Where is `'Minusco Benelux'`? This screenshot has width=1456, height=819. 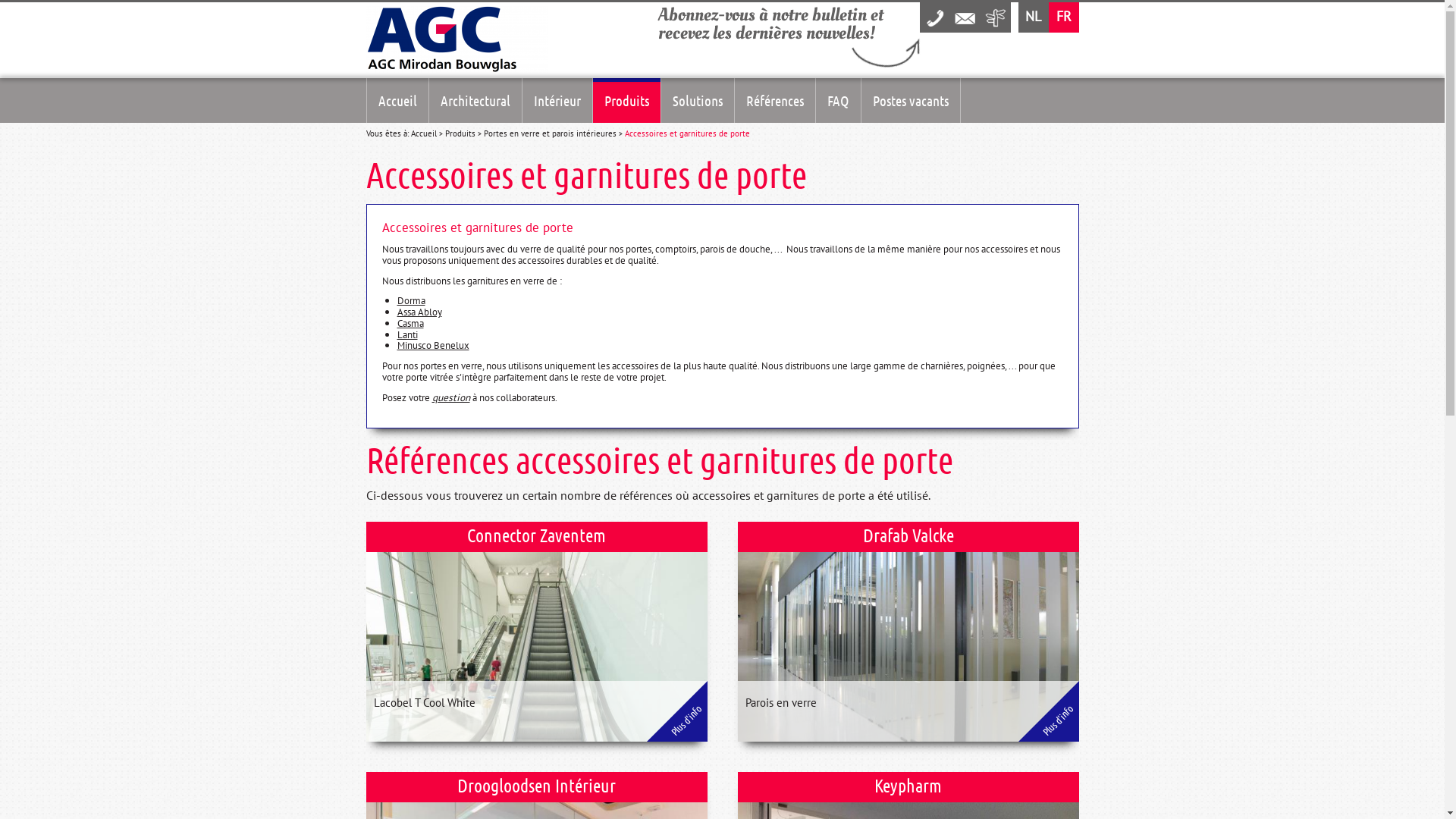 'Minusco Benelux' is located at coordinates (397, 345).